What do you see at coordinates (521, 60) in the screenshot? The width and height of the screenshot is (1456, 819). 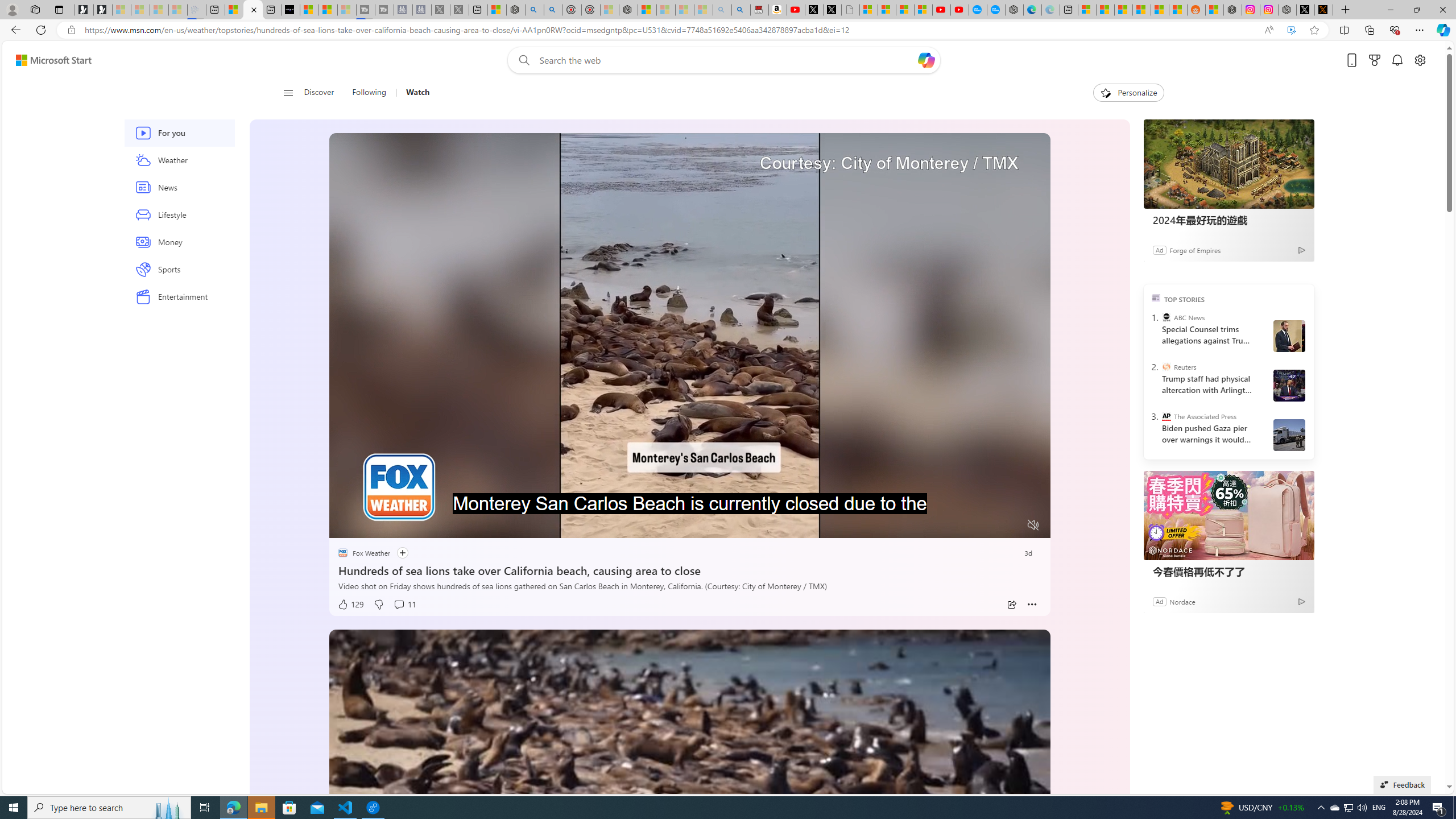 I see `'Web search'` at bounding box center [521, 60].